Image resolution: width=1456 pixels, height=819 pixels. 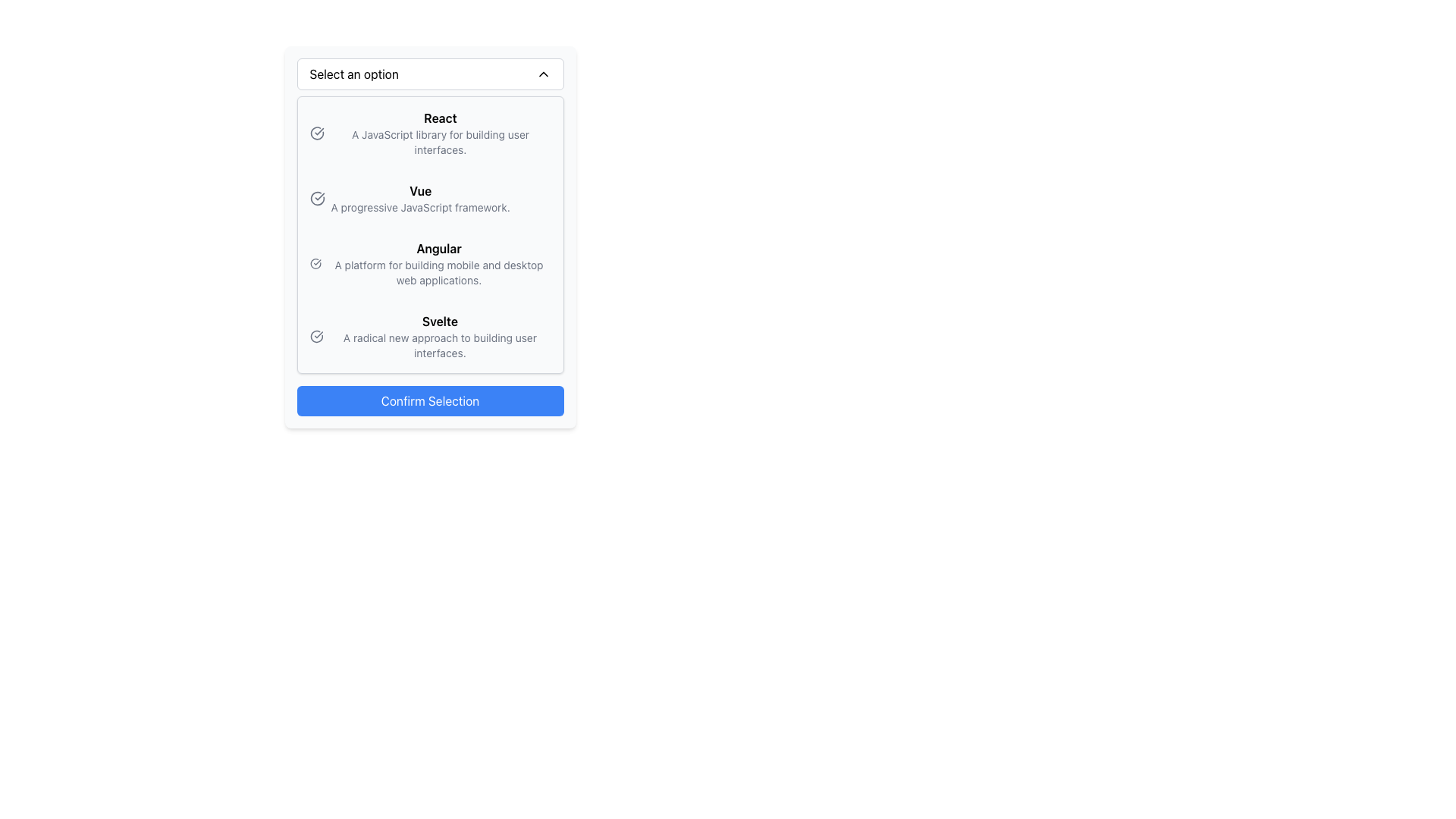 What do you see at coordinates (316, 198) in the screenshot?
I see `the selection indicator checkmark icon` at bounding box center [316, 198].